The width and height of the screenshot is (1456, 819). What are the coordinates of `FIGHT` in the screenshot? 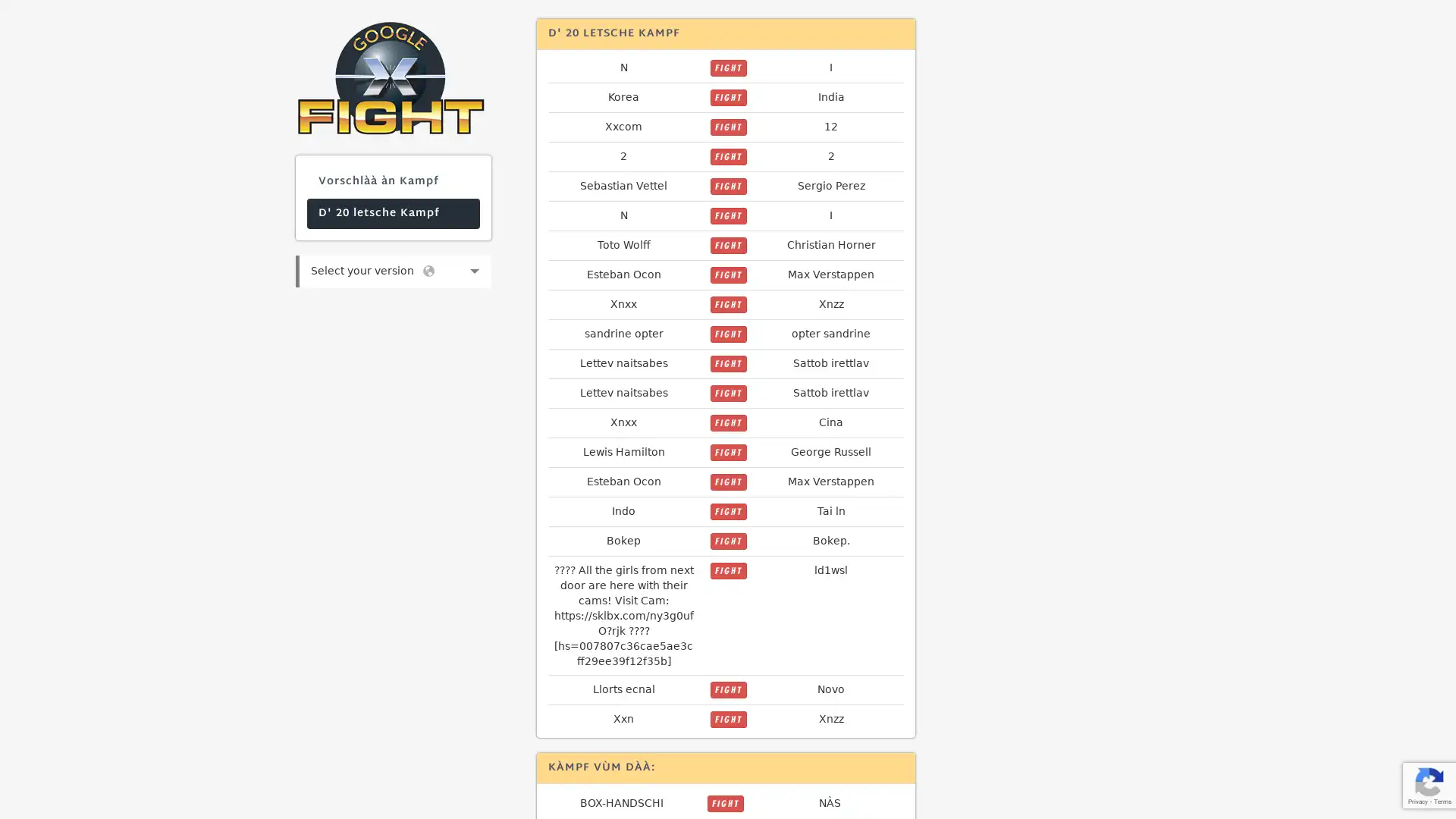 It's located at (728, 452).